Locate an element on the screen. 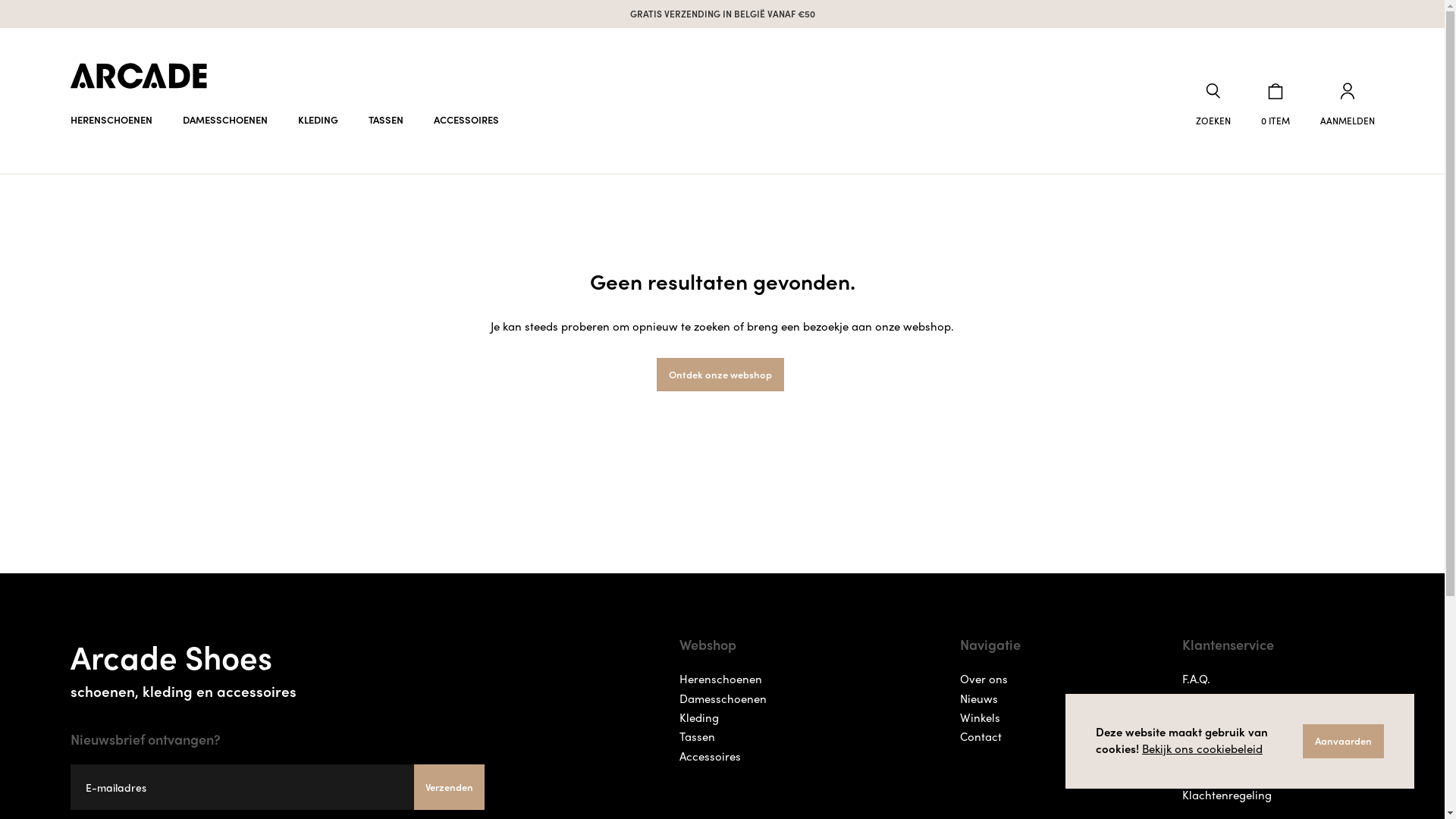  'AANMELDEN' is located at coordinates (1347, 104).